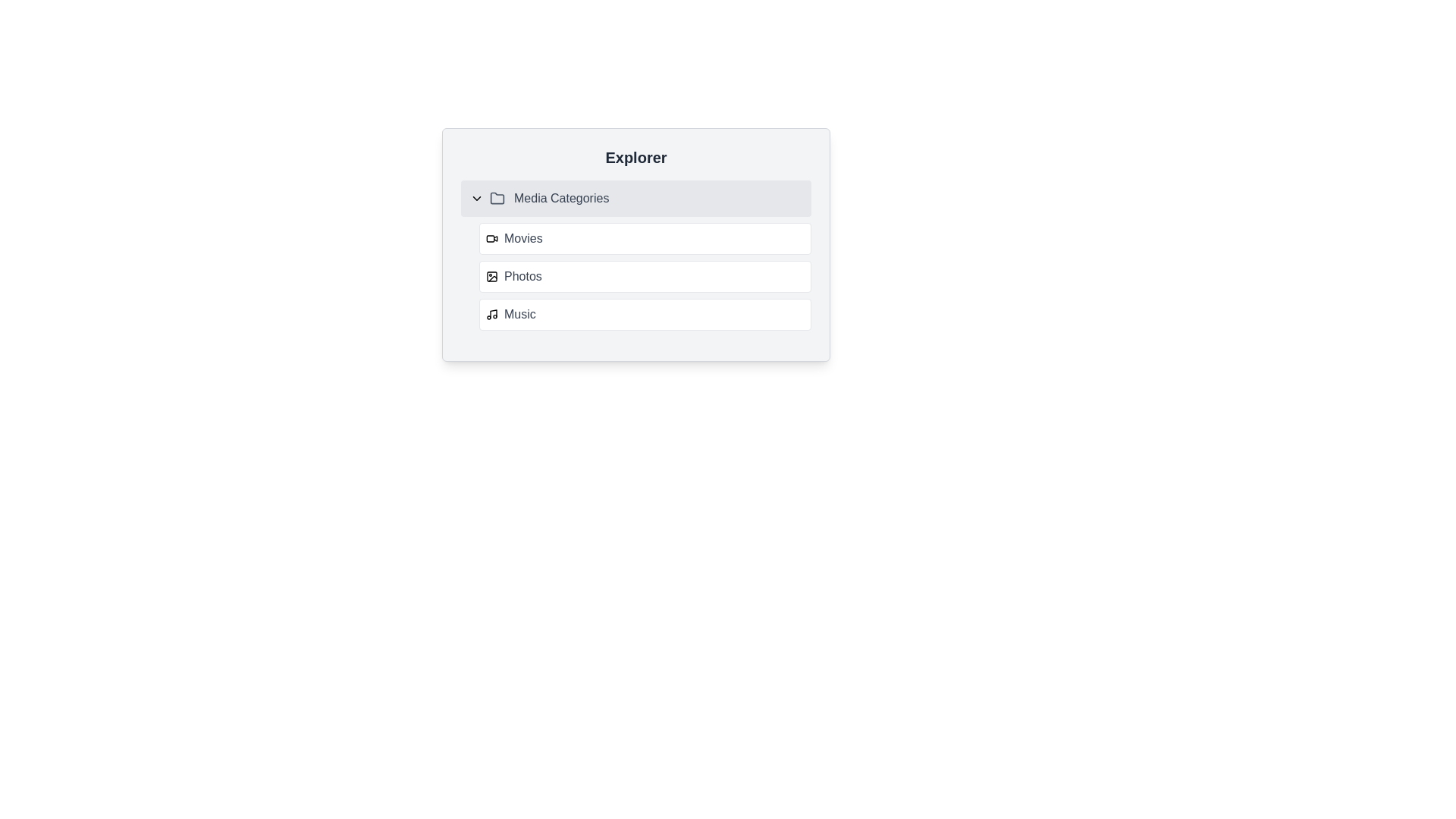 The width and height of the screenshot is (1456, 819). What do you see at coordinates (560, 198) in the screenshot?
I see `the text label displaying 'Media Categories', which is styled with medium font weight and light gray color, located horizontally to the right of a folder icon and a dropdown arrow` at bounding box center [560, 198].